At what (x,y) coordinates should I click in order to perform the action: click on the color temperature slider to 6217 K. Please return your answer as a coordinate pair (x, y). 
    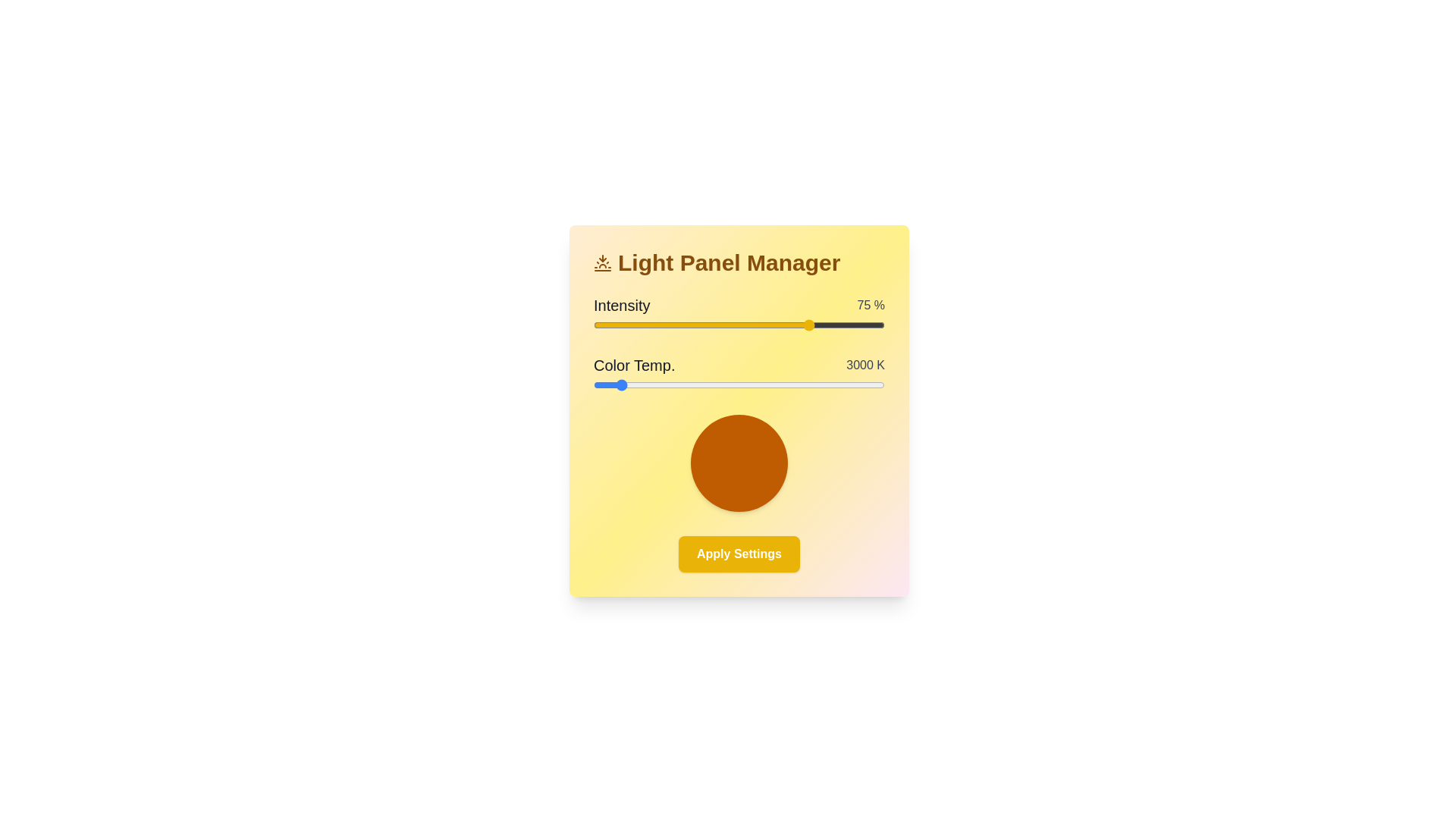
    Looking at the image, I should click on (863, 384).